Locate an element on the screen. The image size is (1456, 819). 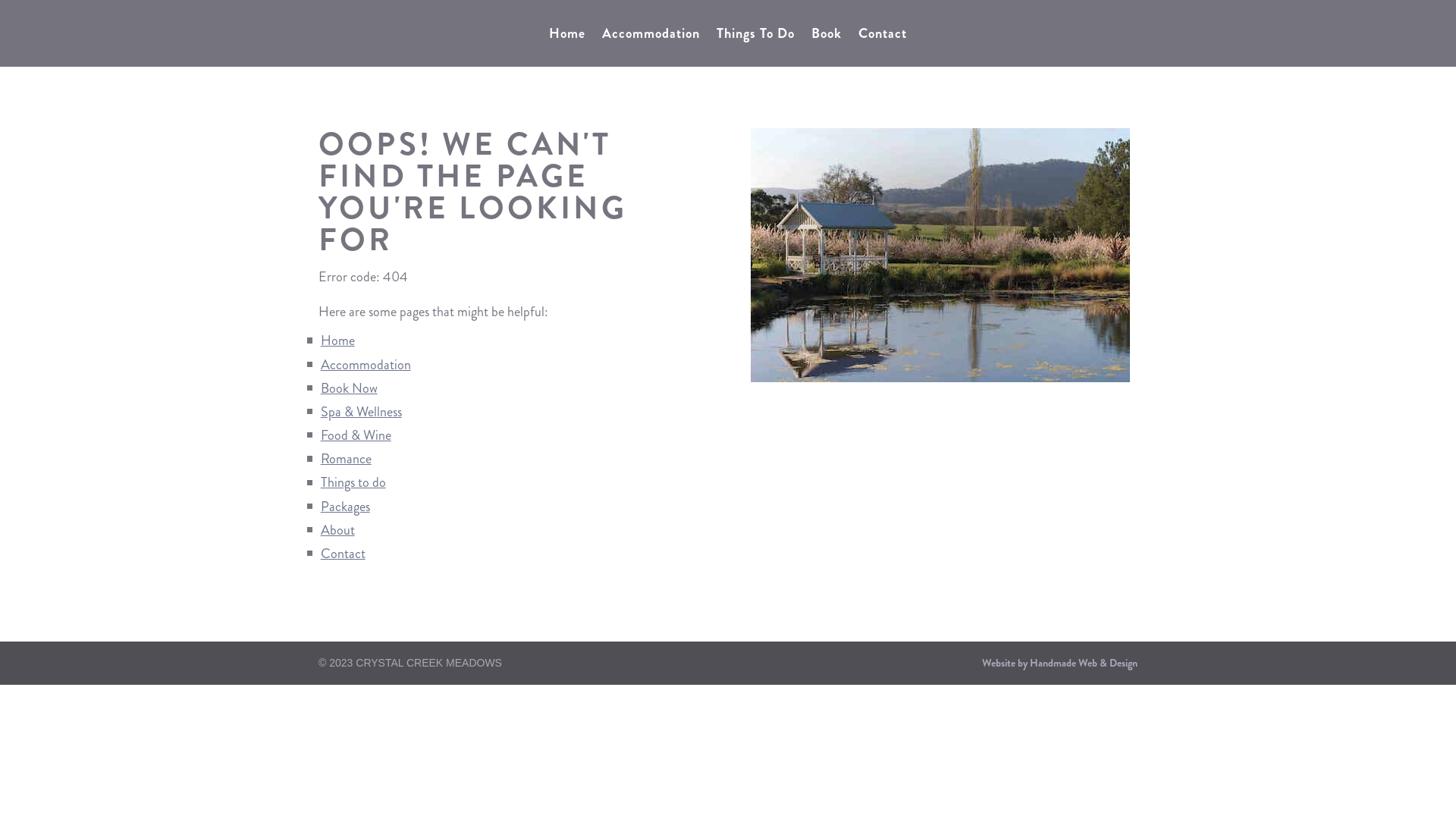
'Romance' is located at coordinates (345, 458).